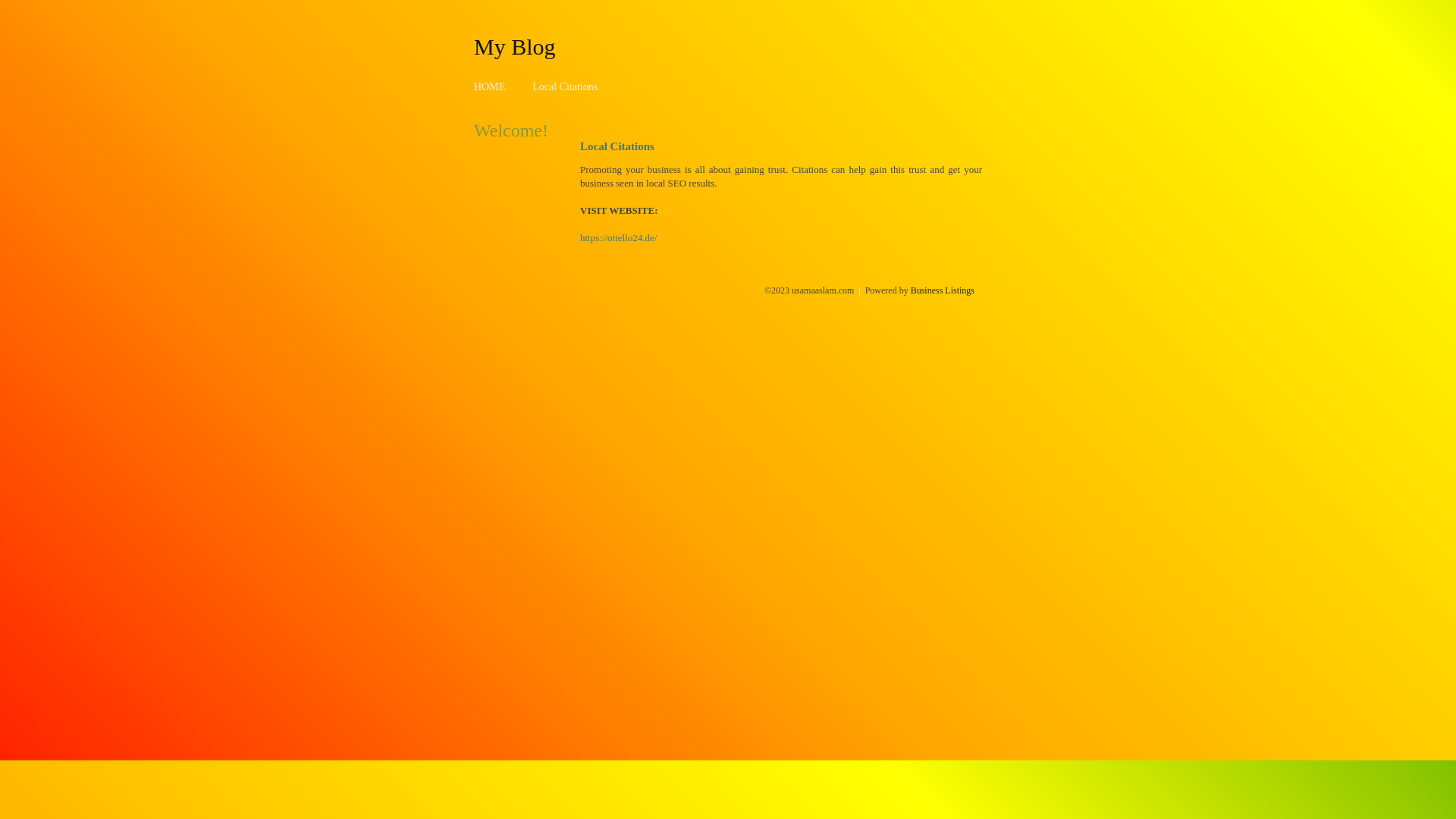 The height and width of the screenshot is (819, 1456). I want to click on 'https://ottello24.de/', so click(618, 237).